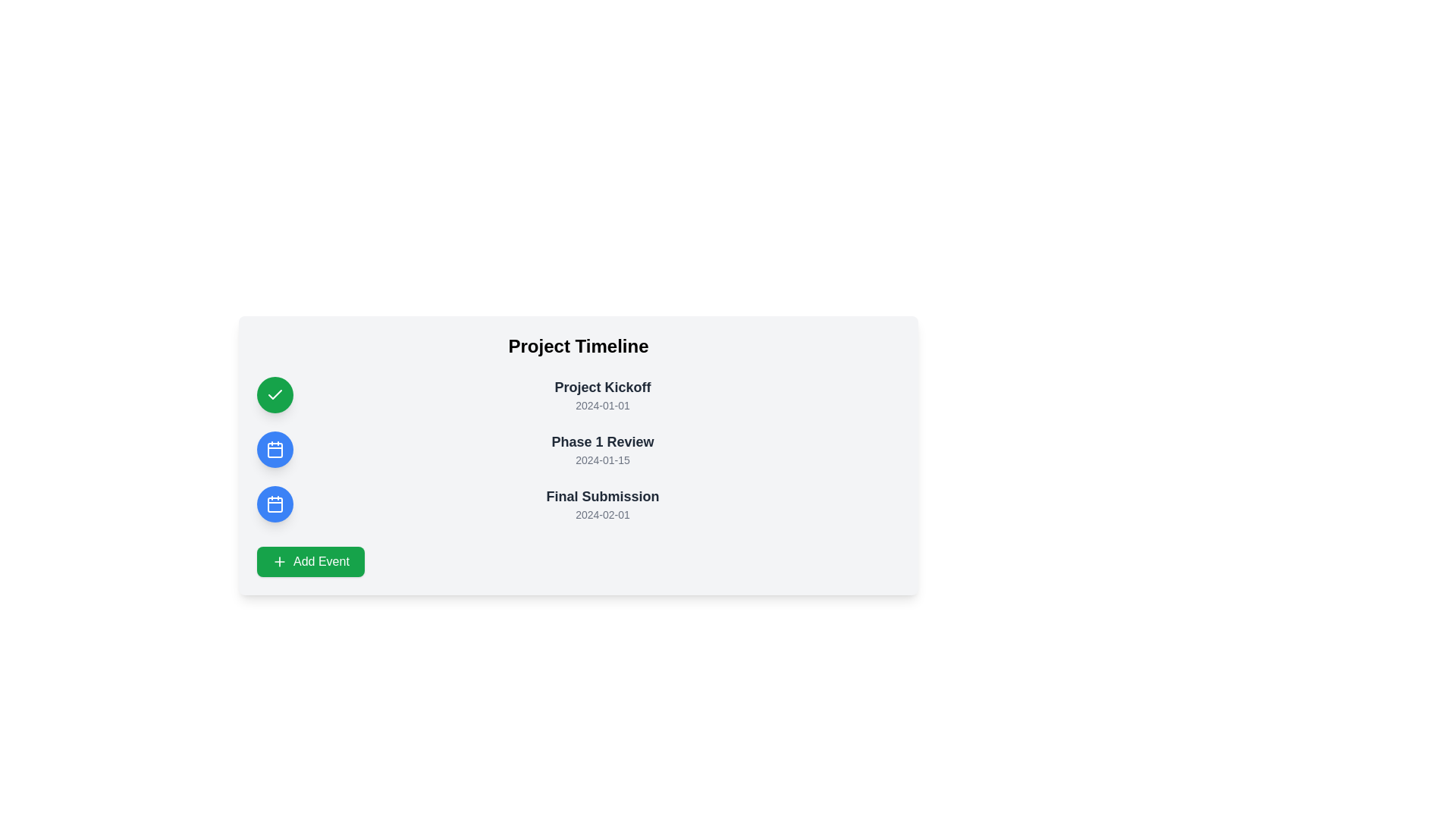 The image size is (1456, 819). Describe the element at coordinates (602, 394) in the screenshot. I see `the Text block that provides information about a specific event in the project timeline, including its title and date, located in the main content area under the 'Project Timeline' section` at that location.